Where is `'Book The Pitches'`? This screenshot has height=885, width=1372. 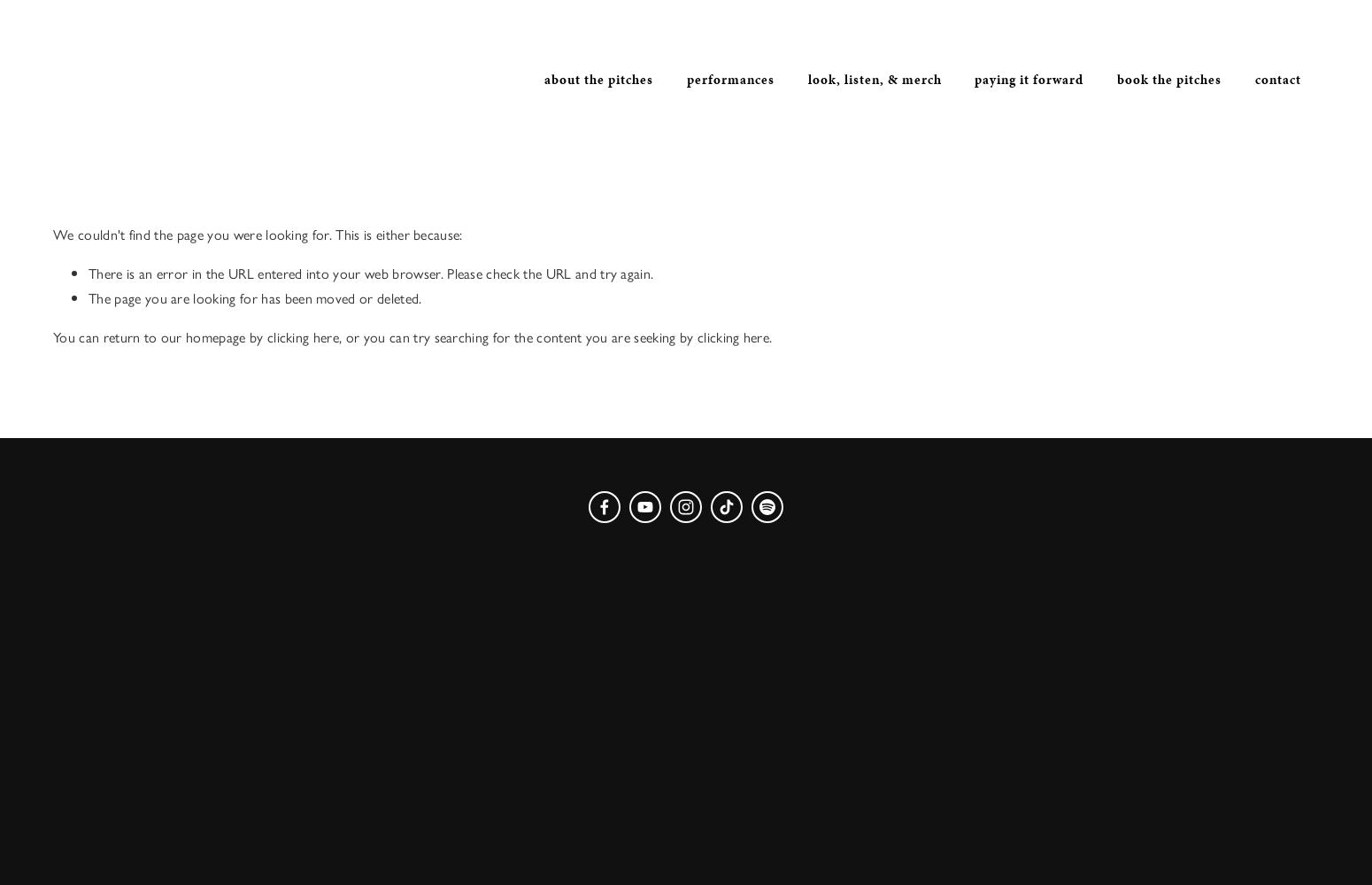 'Book The Pitches' is located at coordinates (1116, 79).